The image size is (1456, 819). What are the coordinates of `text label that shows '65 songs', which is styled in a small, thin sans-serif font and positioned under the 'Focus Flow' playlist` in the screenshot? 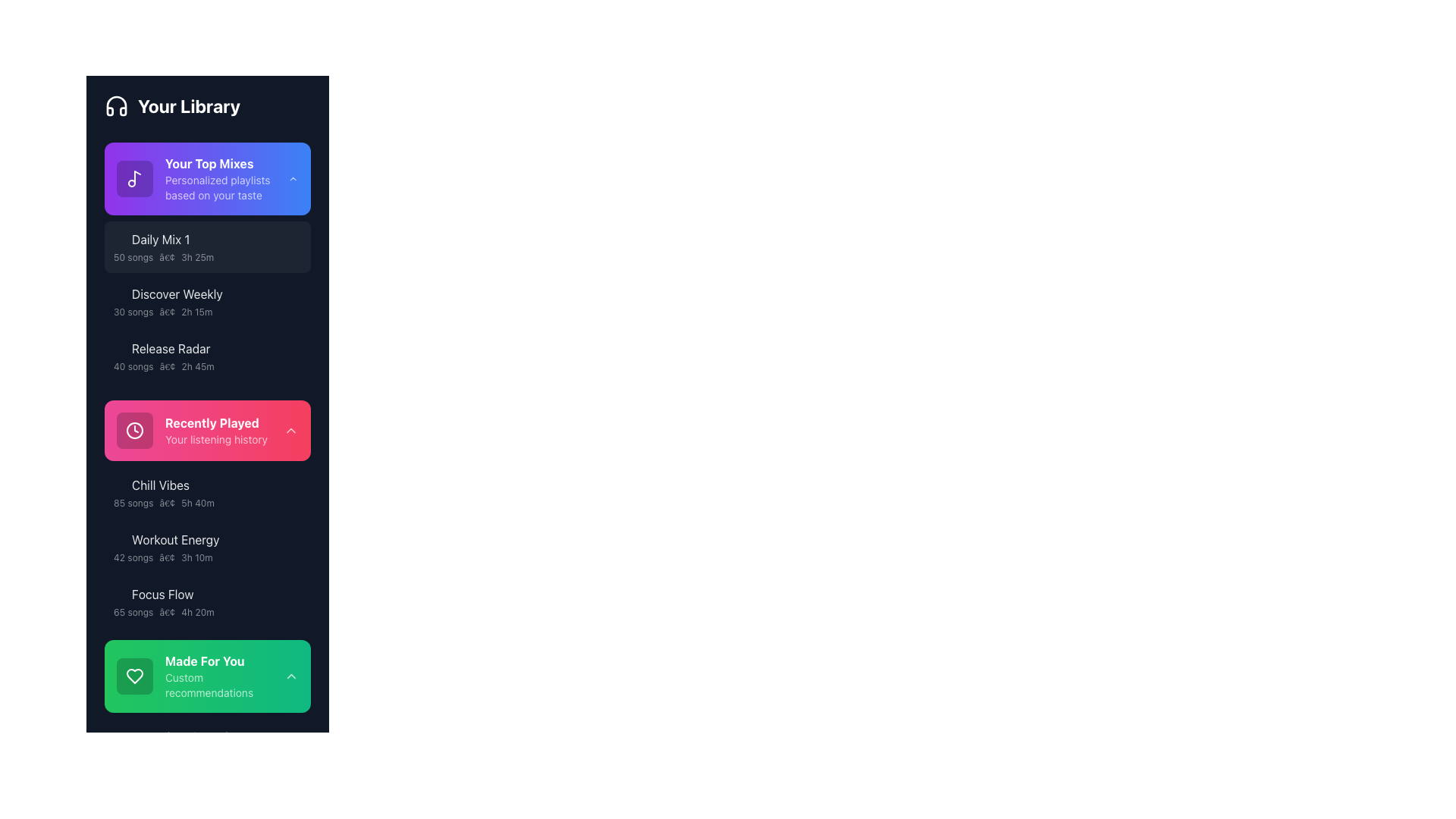 It's located at (133, 611).